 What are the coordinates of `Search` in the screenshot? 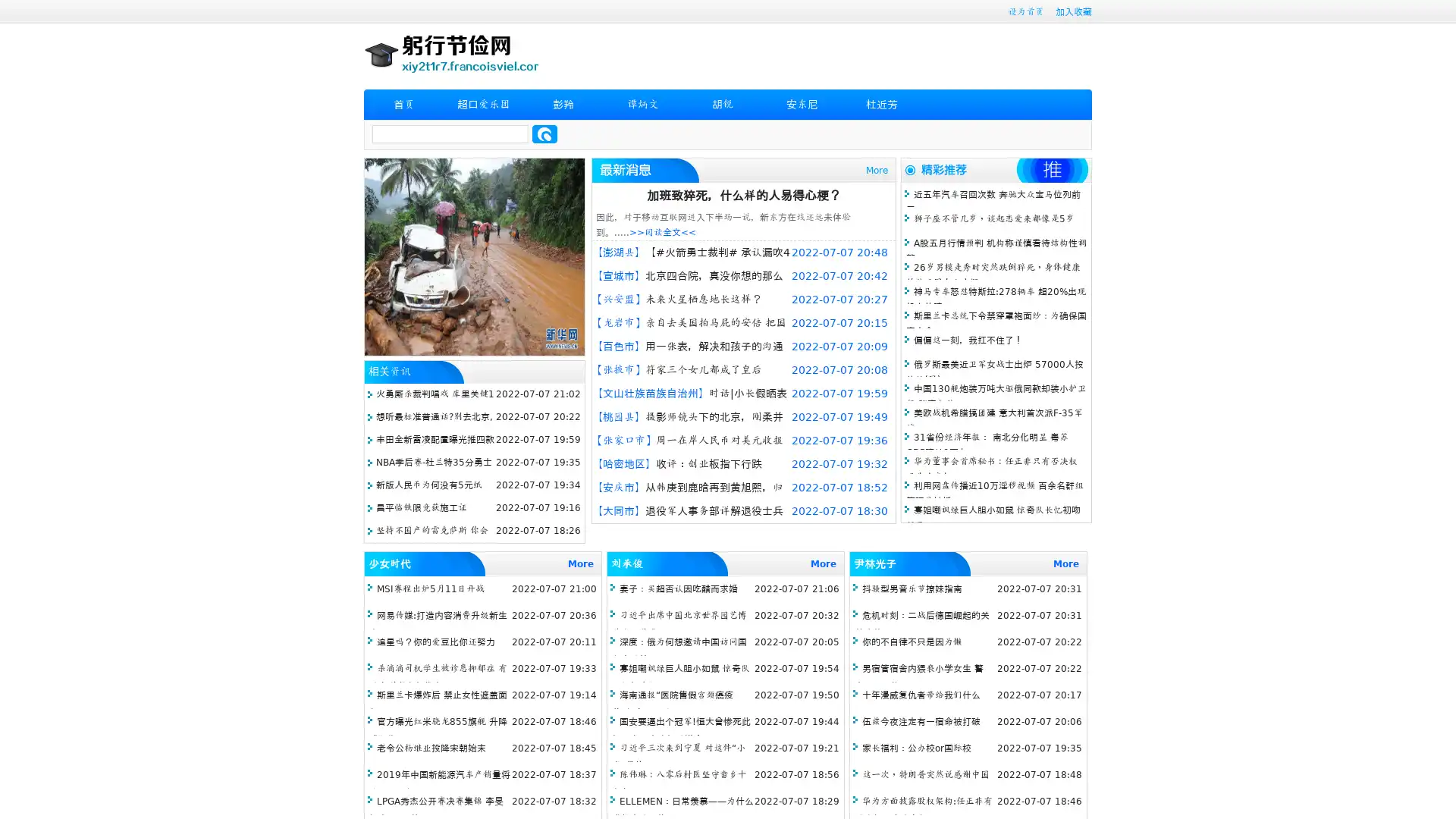 It's located at (544, 133).